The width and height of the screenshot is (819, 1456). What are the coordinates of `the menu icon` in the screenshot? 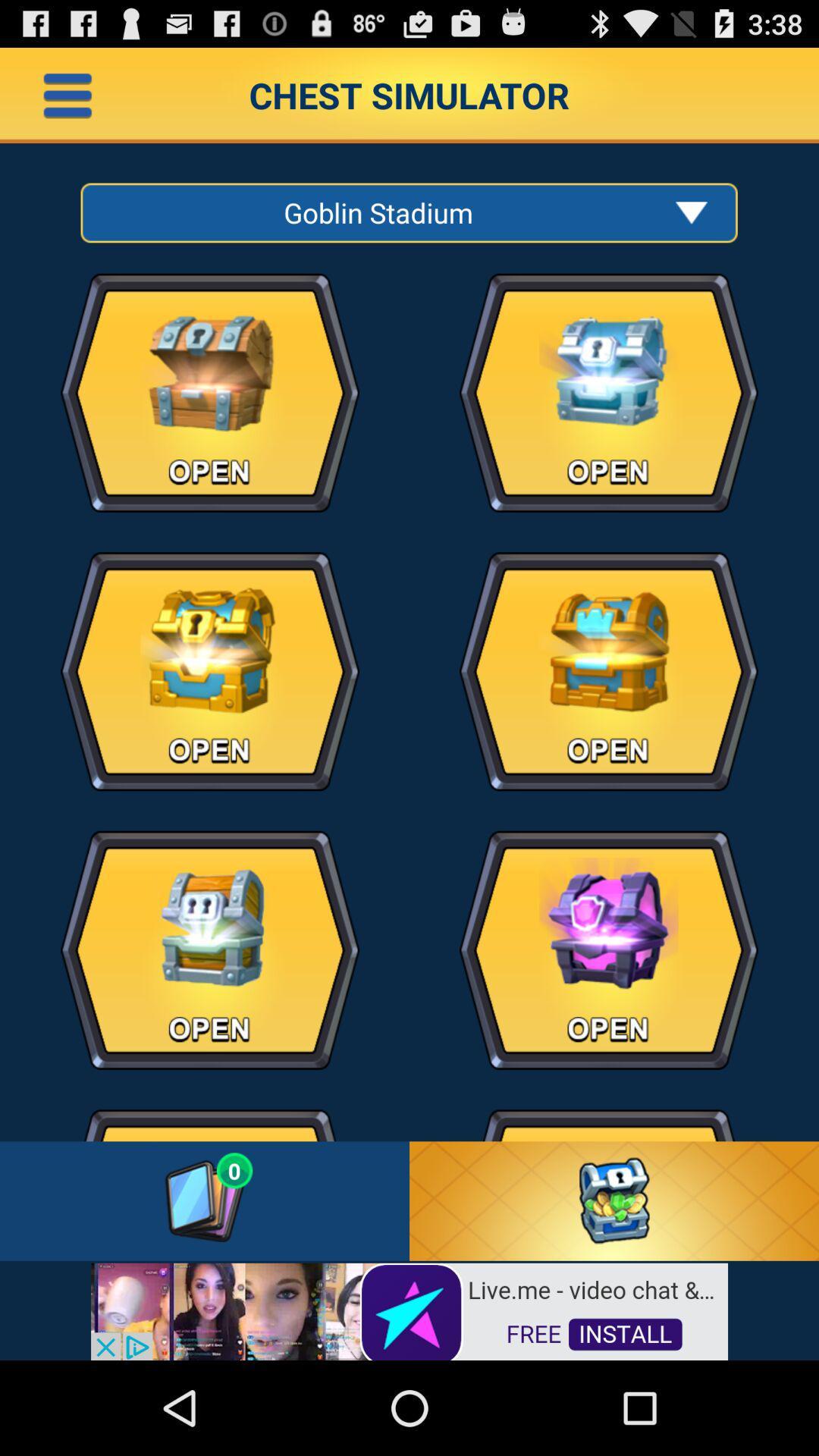 It's located at (67, 101).